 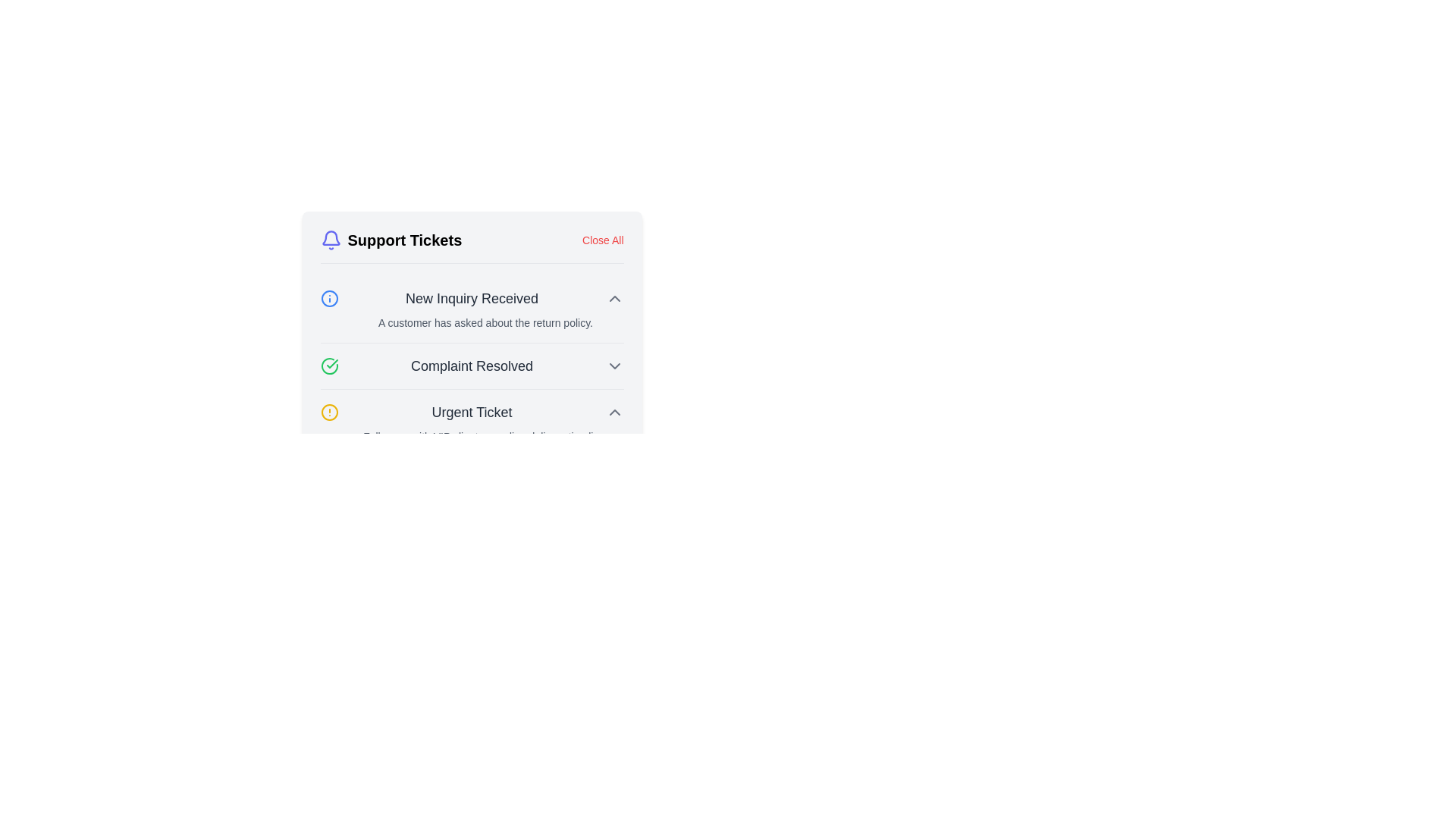 I want to click on the SVG Circle element that provides informational context in the 'Support Tickets' notification box for accessibility tools, so click(x=328, y=298).